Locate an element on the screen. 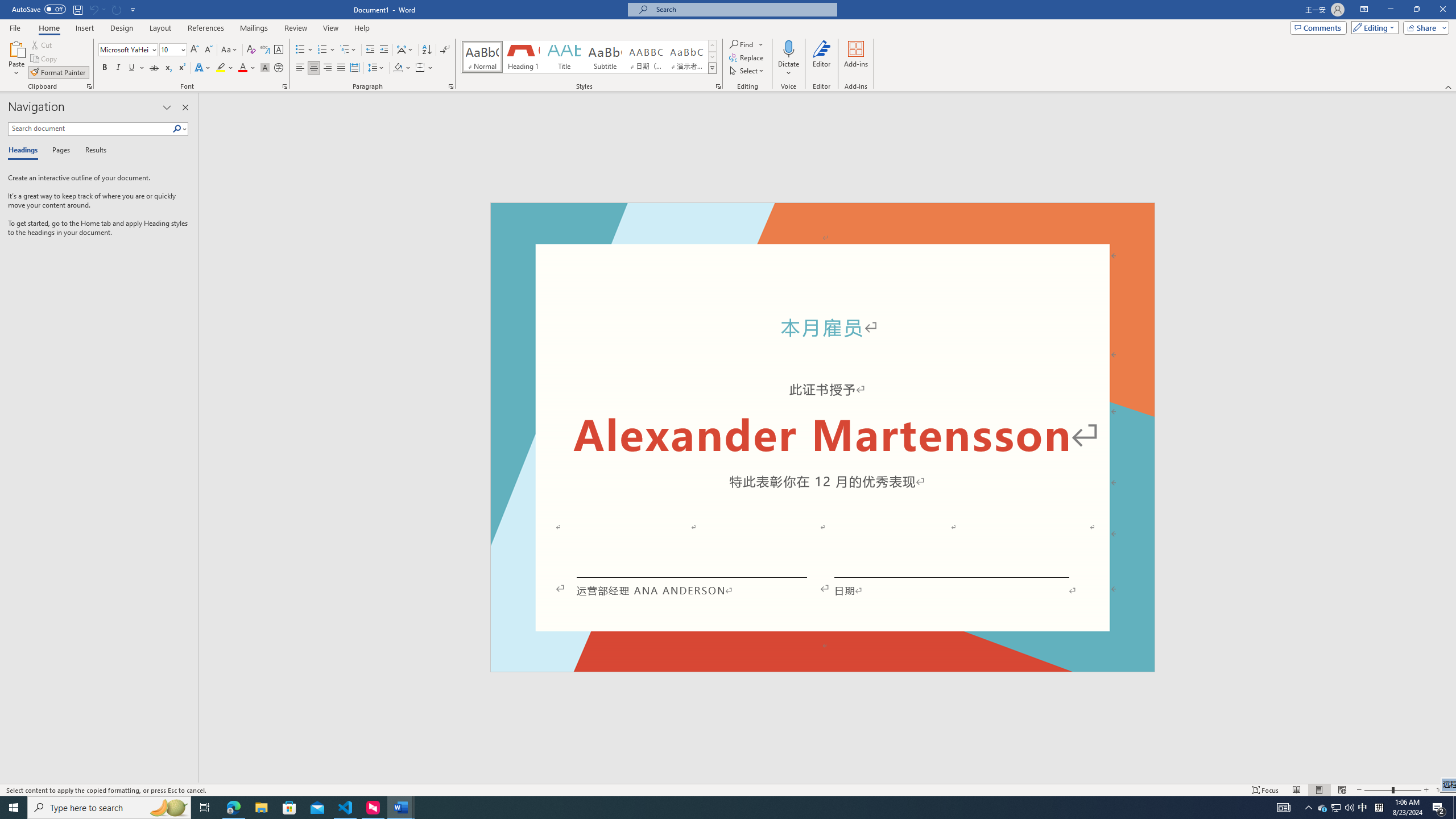 Image resolution: width=1456 pixels, height=819 pixels. 'Decrease Indent' is located at coordinates (370, 49).